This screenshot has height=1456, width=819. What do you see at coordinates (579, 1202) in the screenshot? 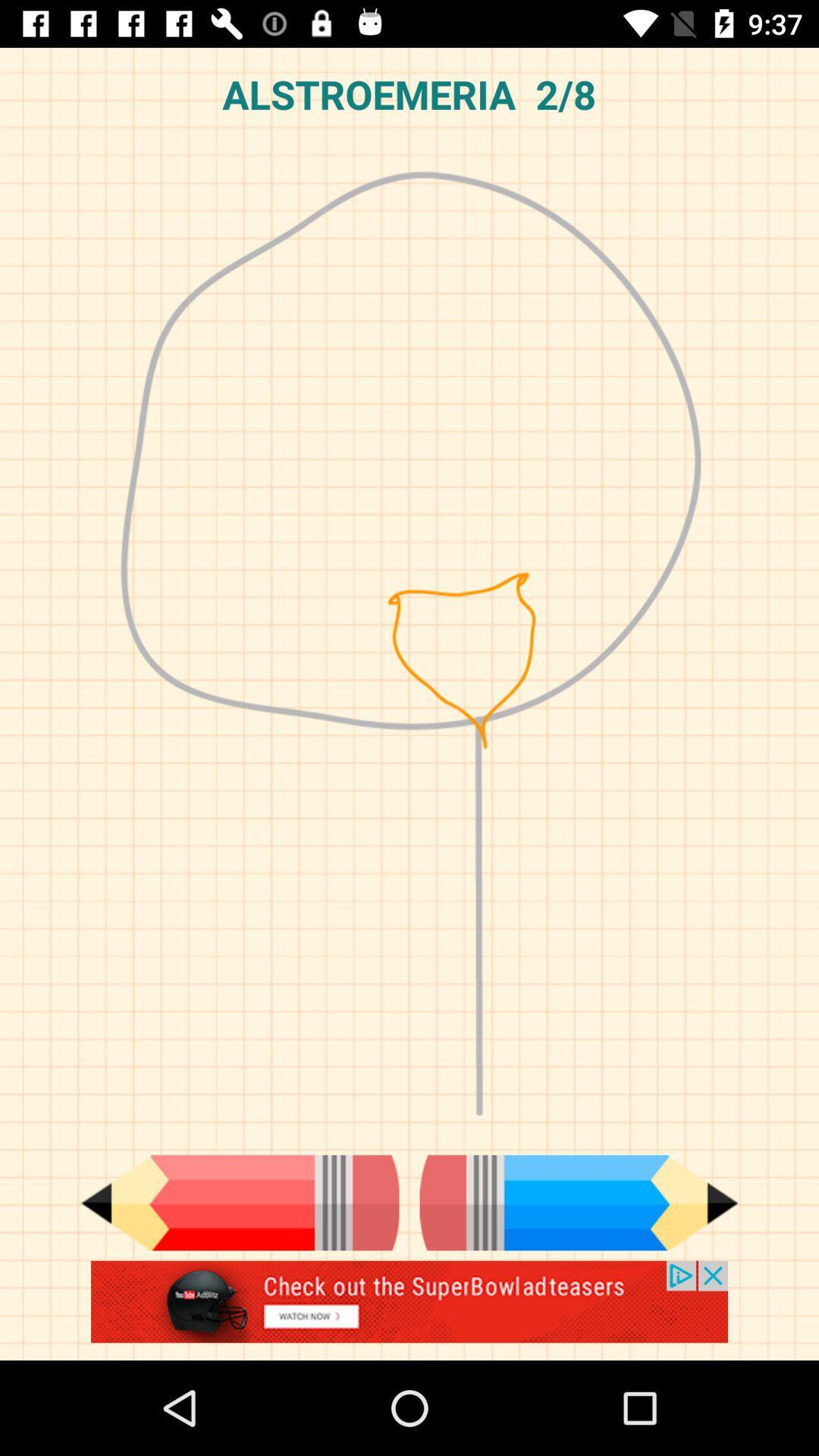
I see `color blue` at bounding box center [579, 1202].